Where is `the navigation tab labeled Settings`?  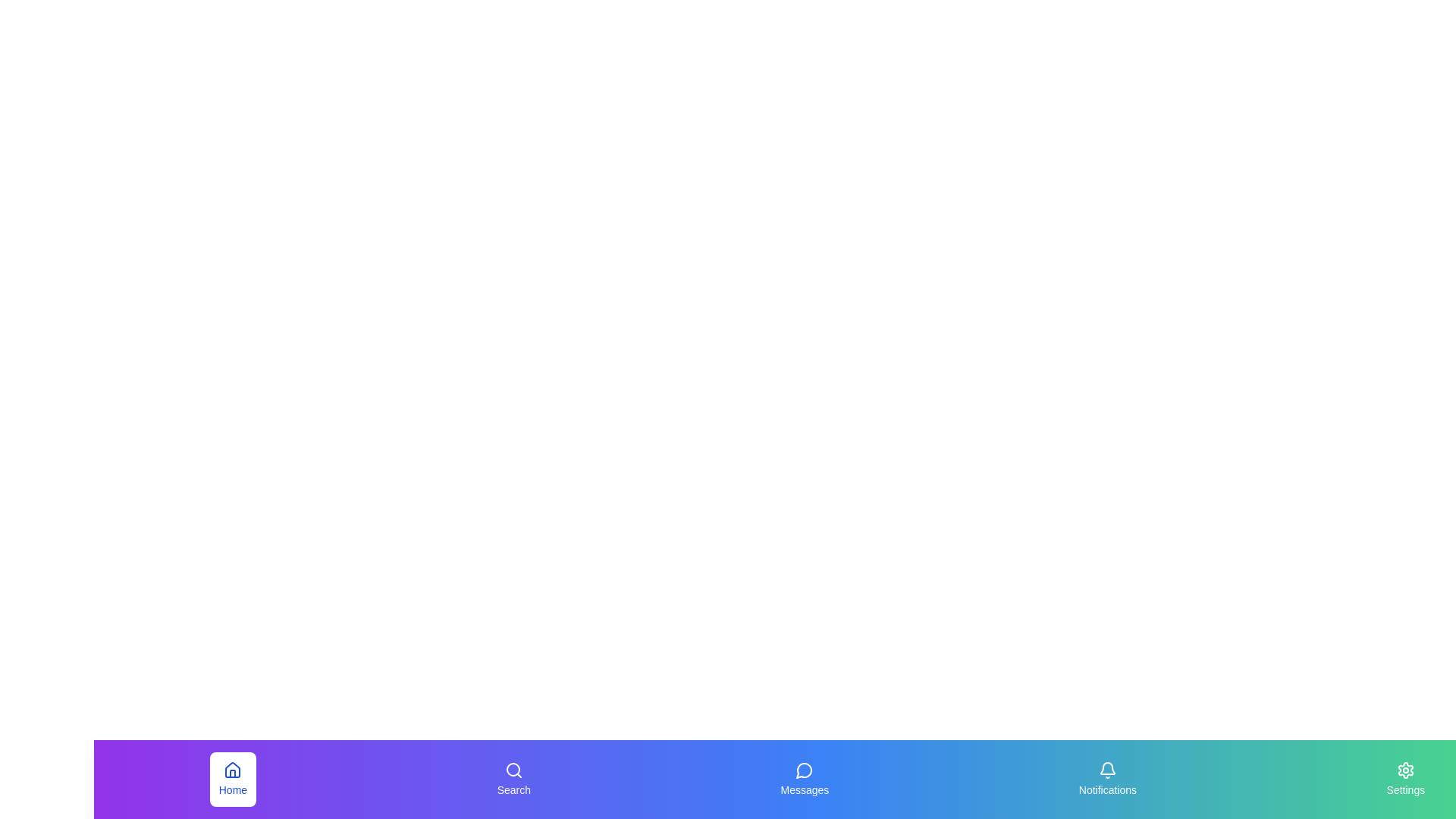 the navigation tab labeled Settings is located at coordinates (1404, 780).